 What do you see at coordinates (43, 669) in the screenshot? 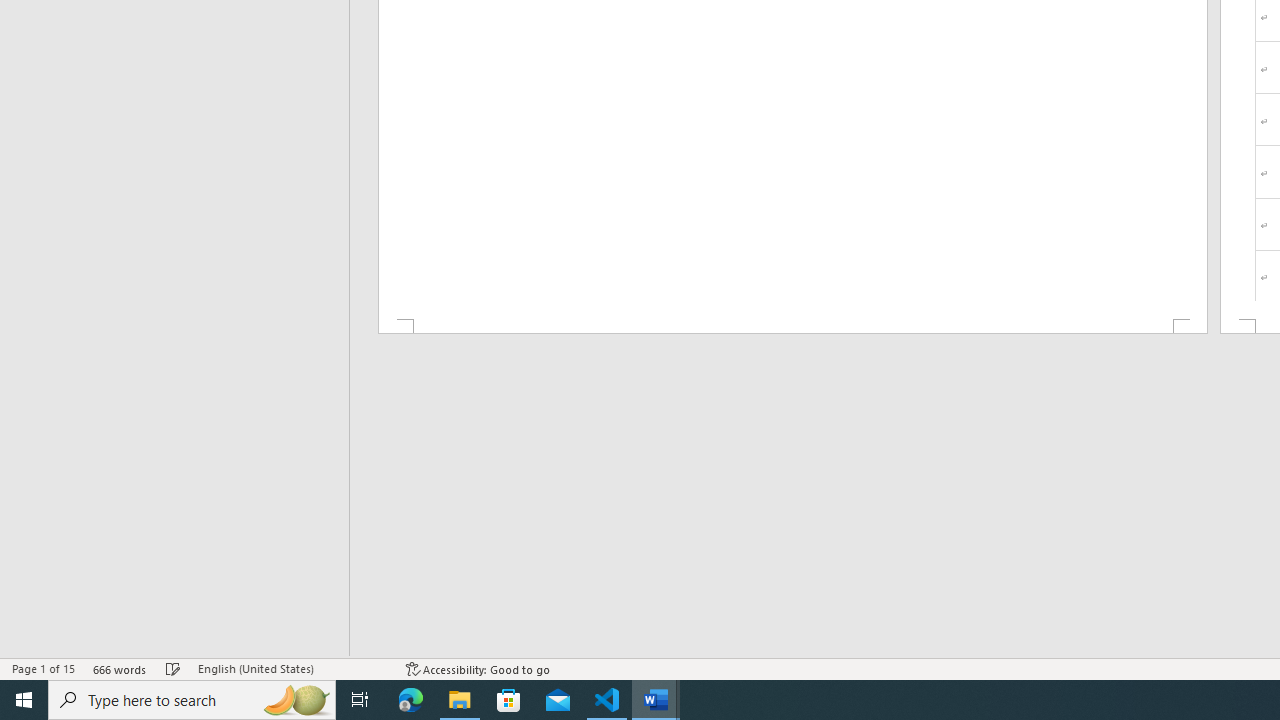
I see `'Page Number Page 1 of 15'` at bounding box center [43, 669].